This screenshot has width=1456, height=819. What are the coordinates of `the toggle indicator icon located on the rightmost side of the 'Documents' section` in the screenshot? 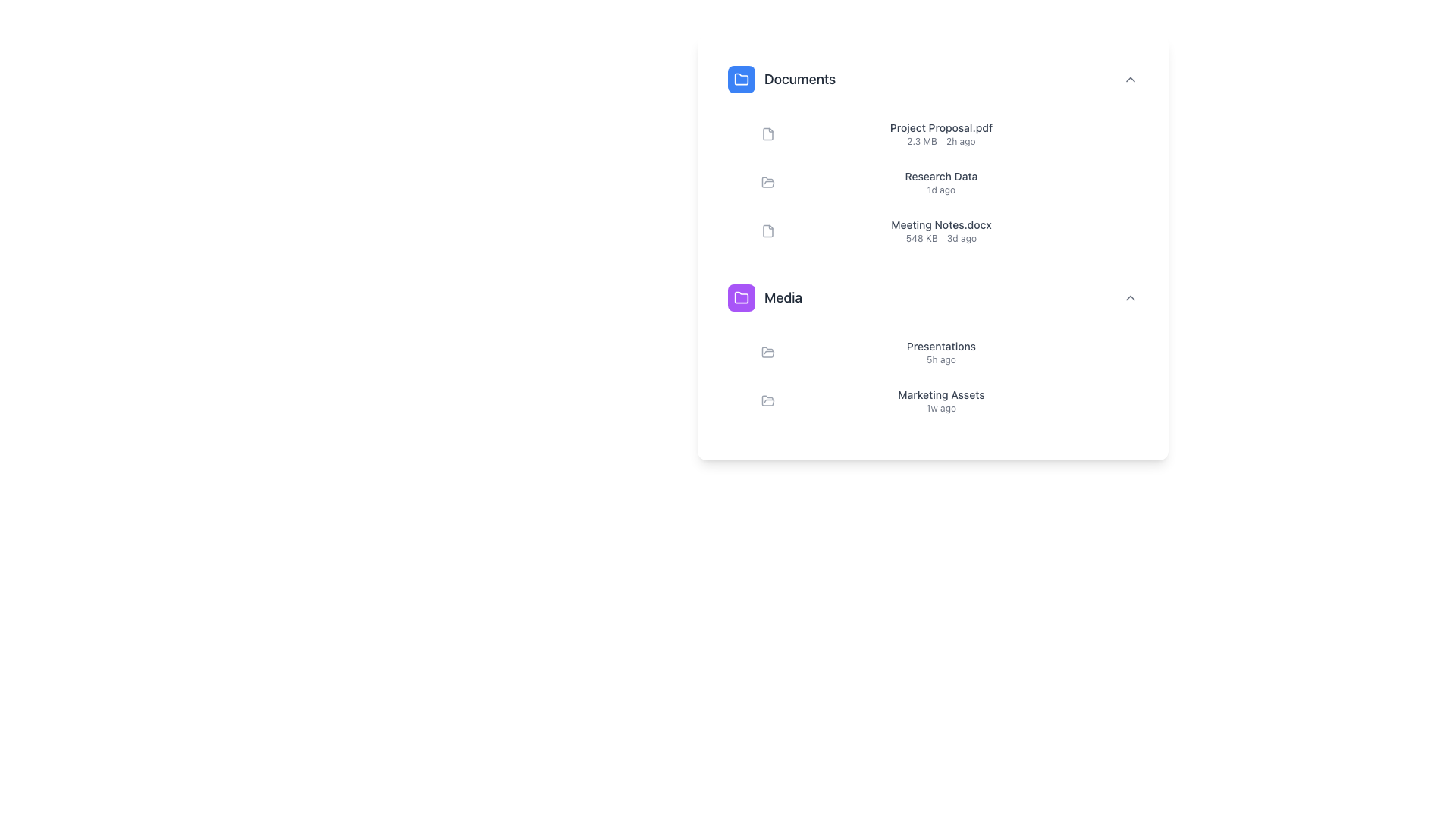 It's located at (1131, 79).